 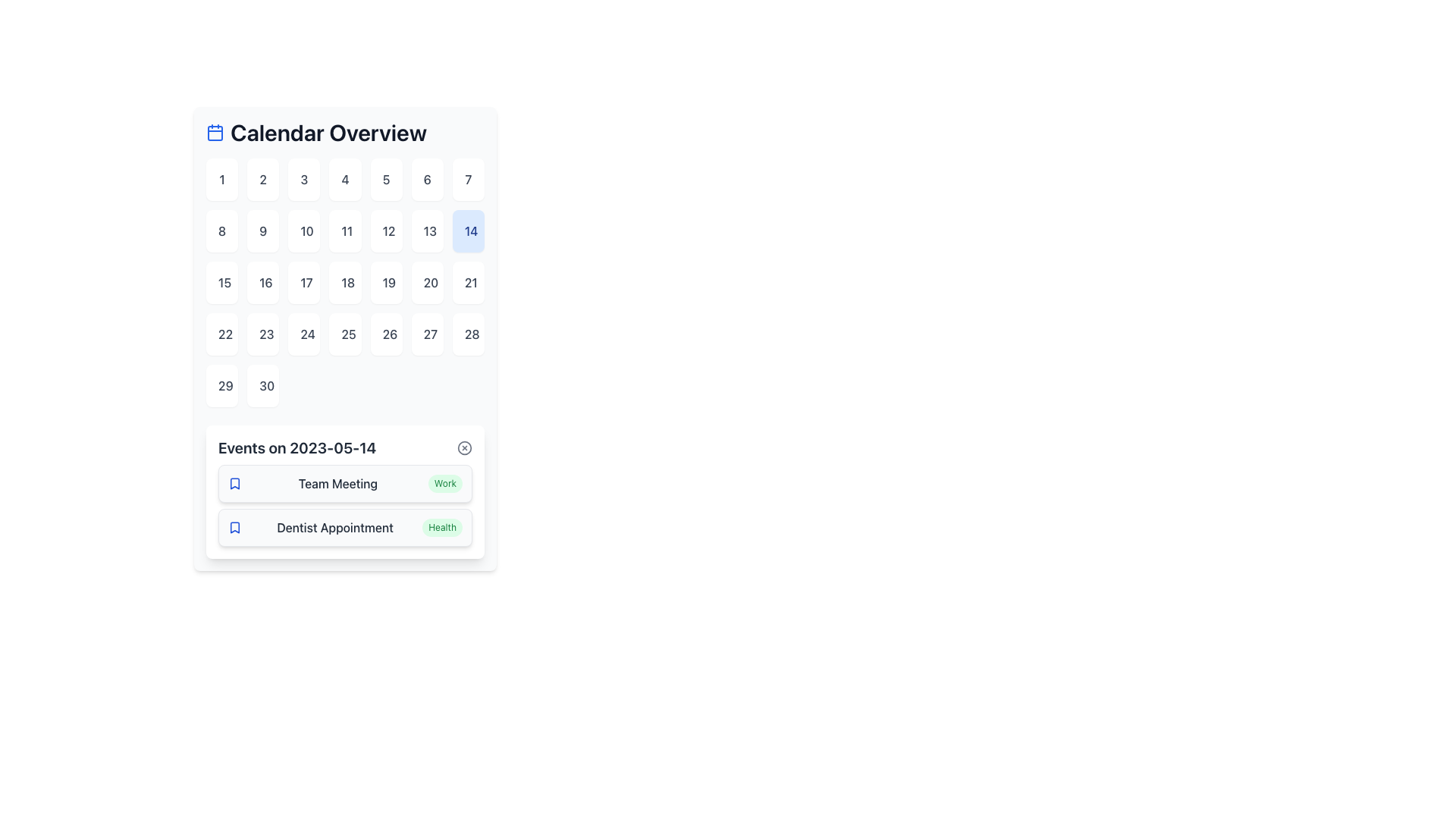 I want to click on the square-shaped button with a white background and bold gray text '20', so click(x=426, y=283).